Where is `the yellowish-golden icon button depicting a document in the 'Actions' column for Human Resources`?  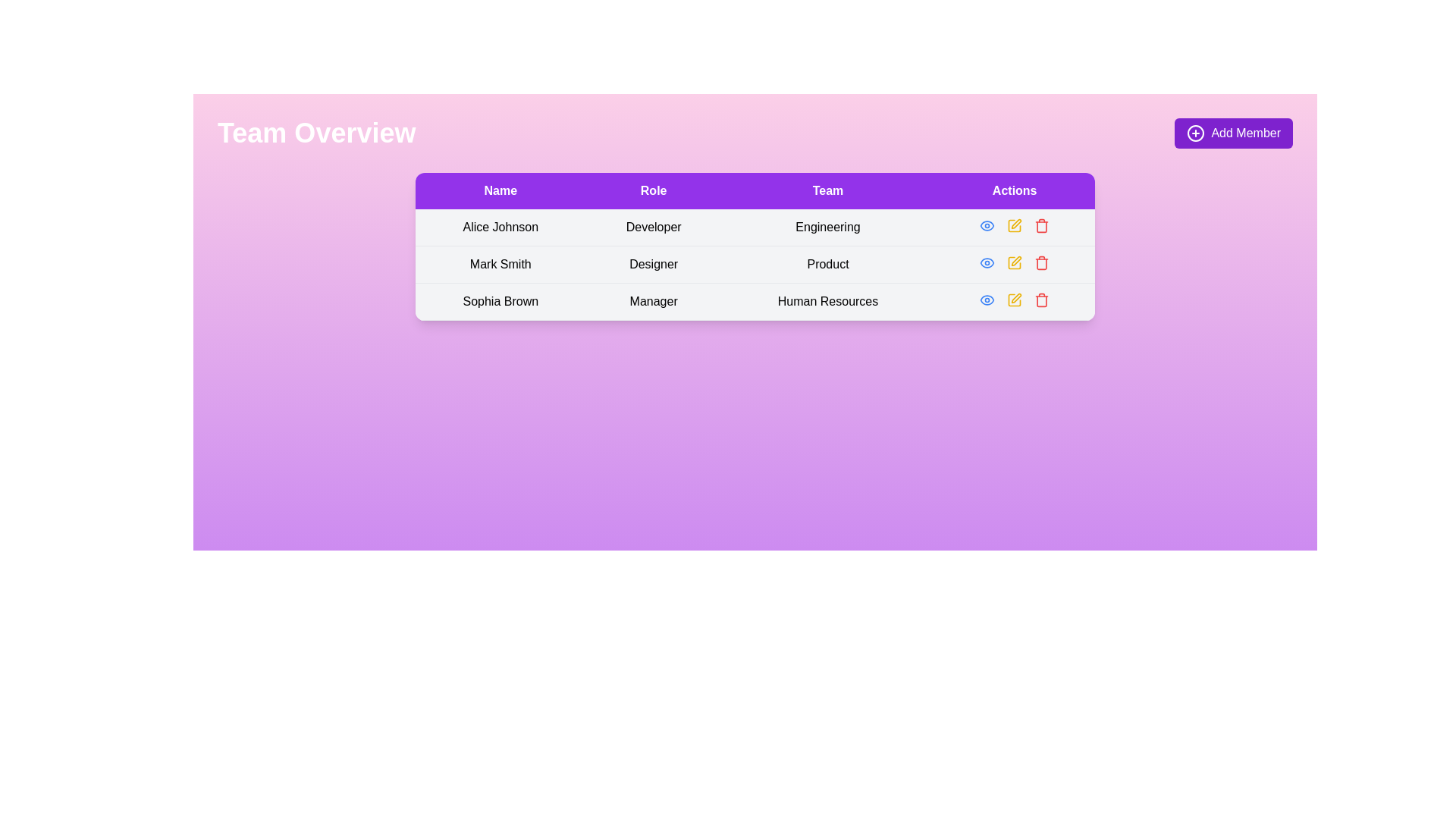
the yellowish-golden icon button depicting a document in the 'Actions' column for Human Resources is located at coordinates (1015, 300).